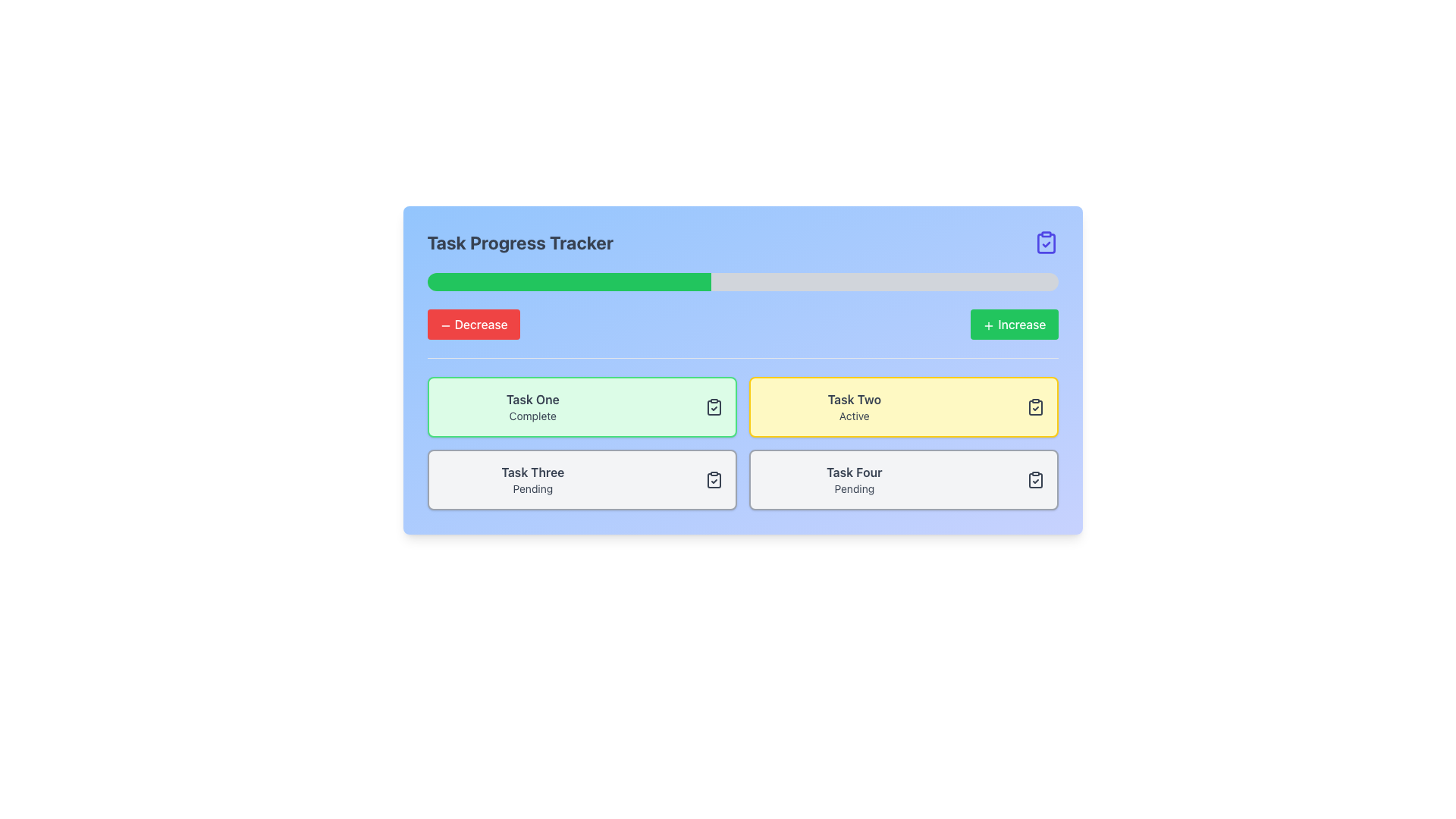  I want to click on the green button labeled 'Increase' which has rounded corners and a plus icon, to observe its hover effects, so click(1014, 324).